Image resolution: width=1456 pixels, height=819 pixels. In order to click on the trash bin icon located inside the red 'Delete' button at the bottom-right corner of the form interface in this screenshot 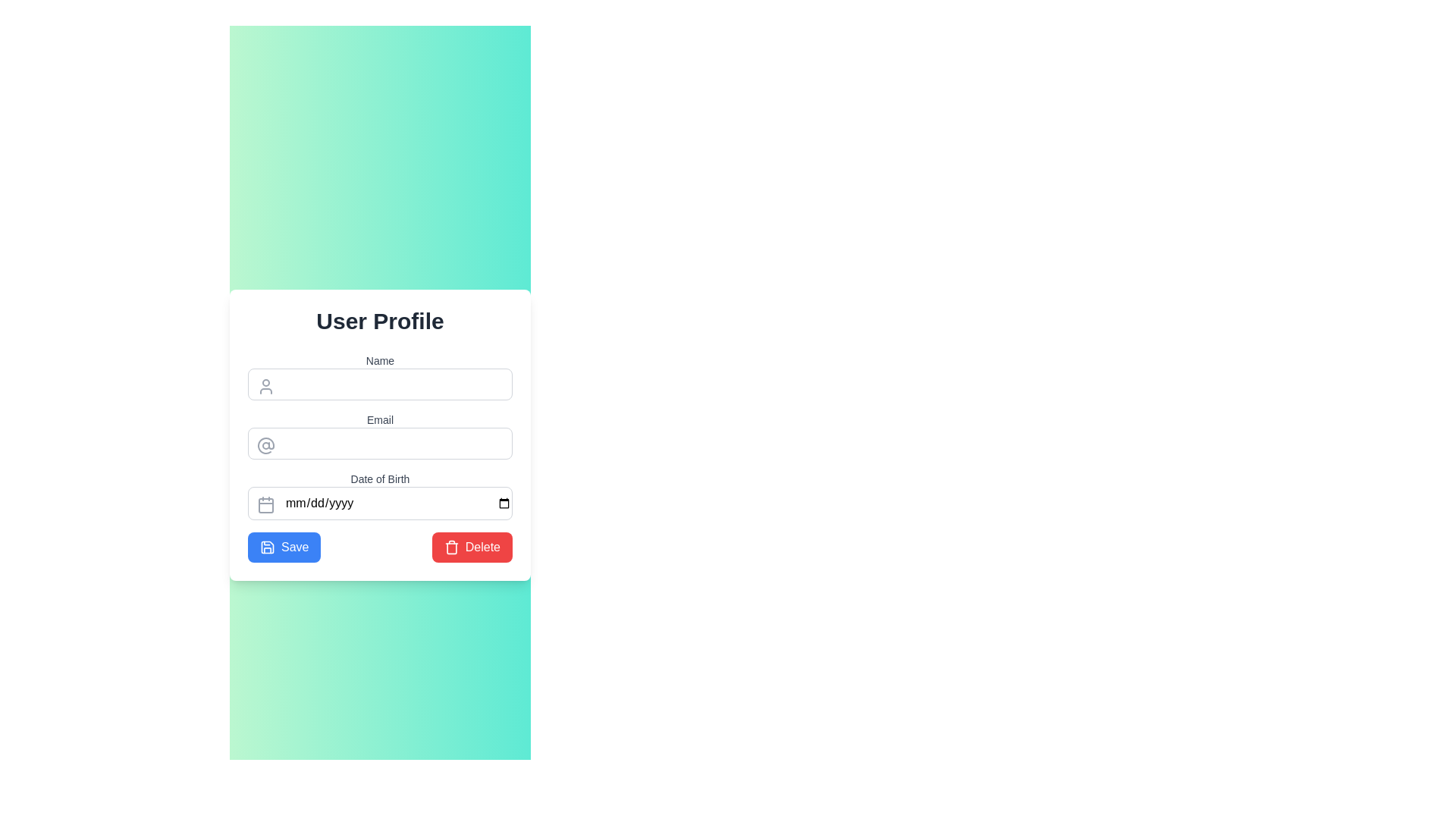, I will do `click(450, 547)`.